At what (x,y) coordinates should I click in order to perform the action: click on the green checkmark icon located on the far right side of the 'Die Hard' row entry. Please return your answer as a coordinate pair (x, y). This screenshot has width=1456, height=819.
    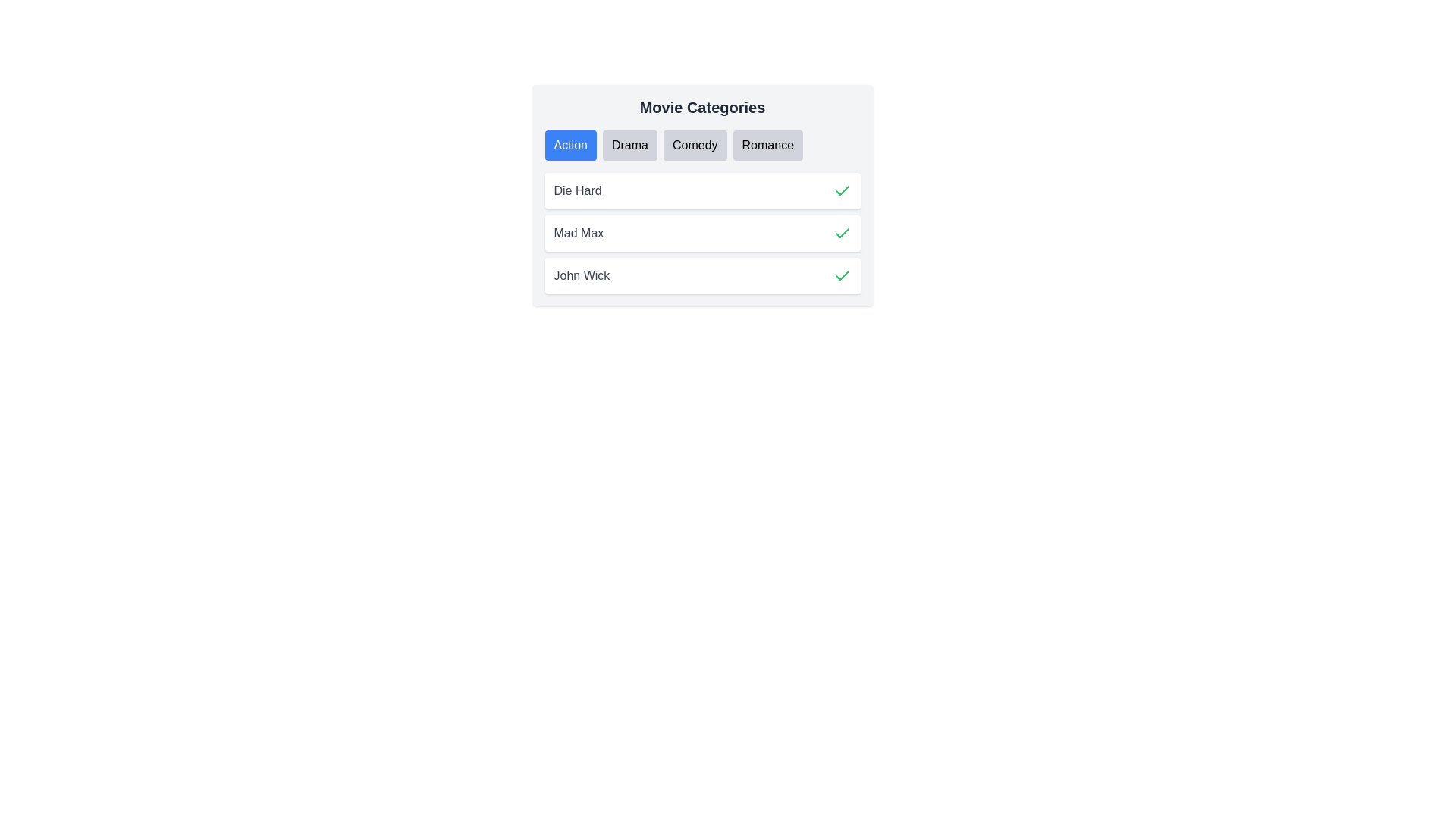
    Looking at the image, I should click on (841, 190).